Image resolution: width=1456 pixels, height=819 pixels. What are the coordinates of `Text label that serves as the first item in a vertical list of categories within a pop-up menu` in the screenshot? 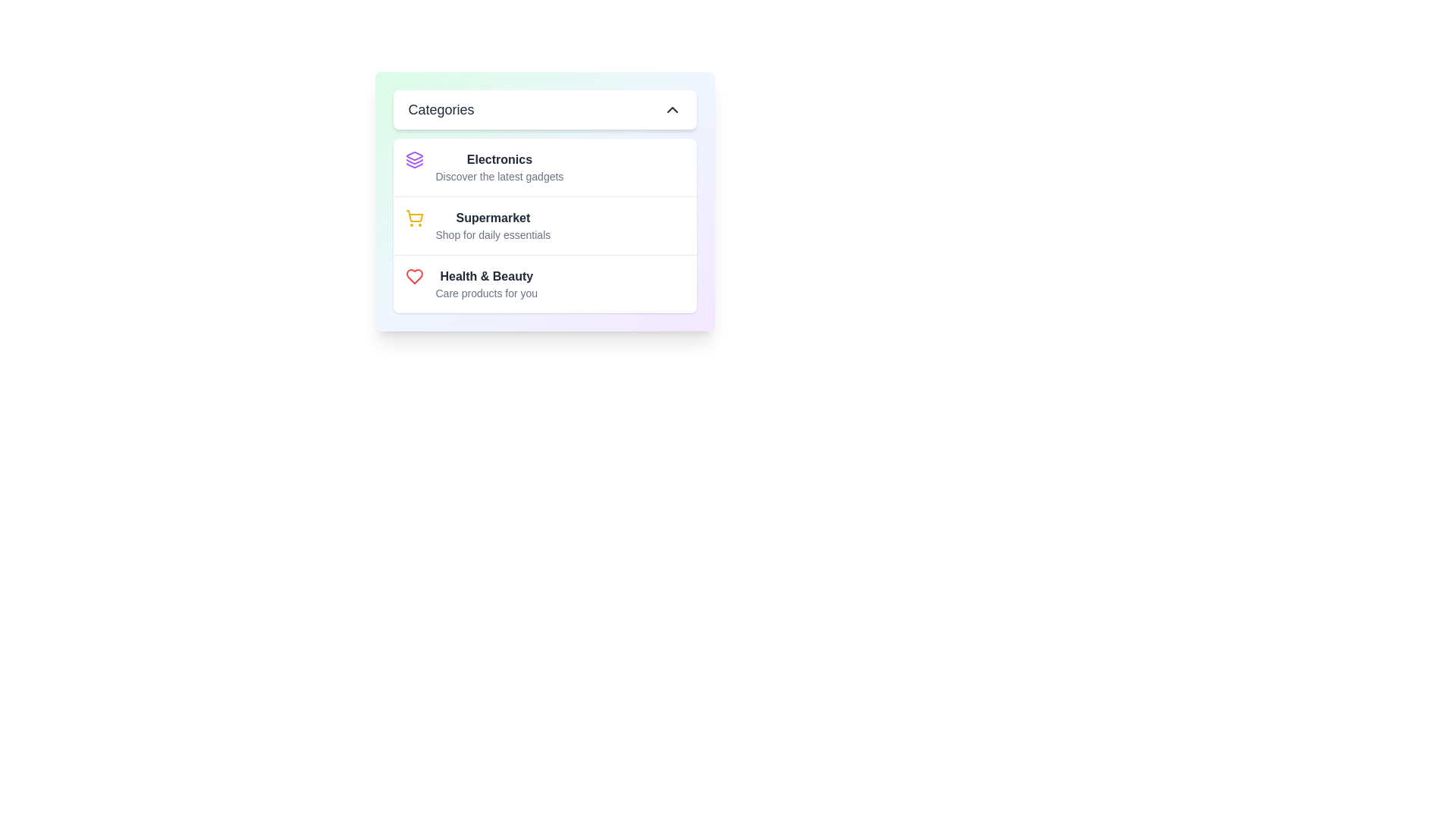 It's located at (499, 160).